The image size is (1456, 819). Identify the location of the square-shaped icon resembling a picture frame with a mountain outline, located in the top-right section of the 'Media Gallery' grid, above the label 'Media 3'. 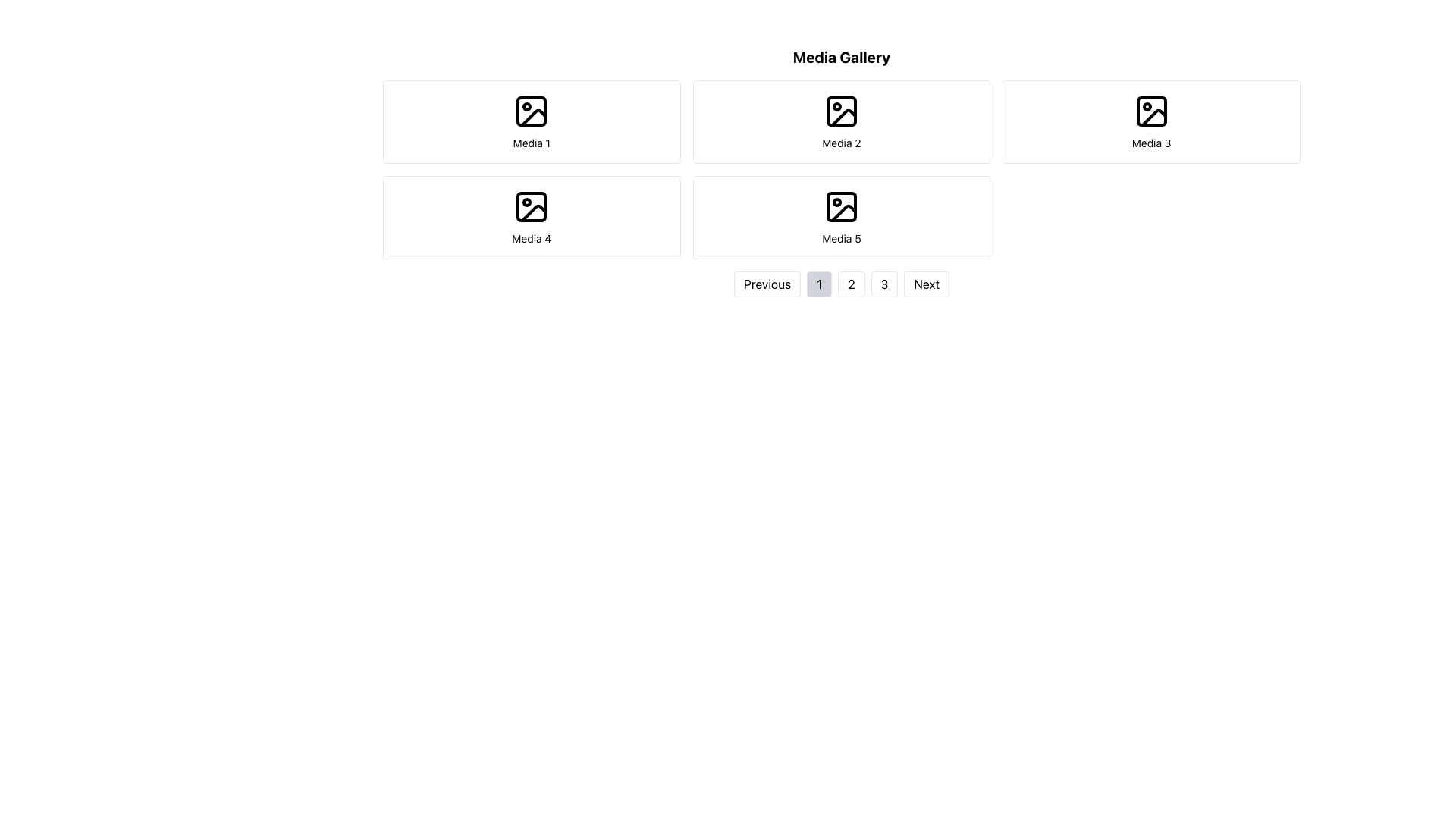
(1151, 110).